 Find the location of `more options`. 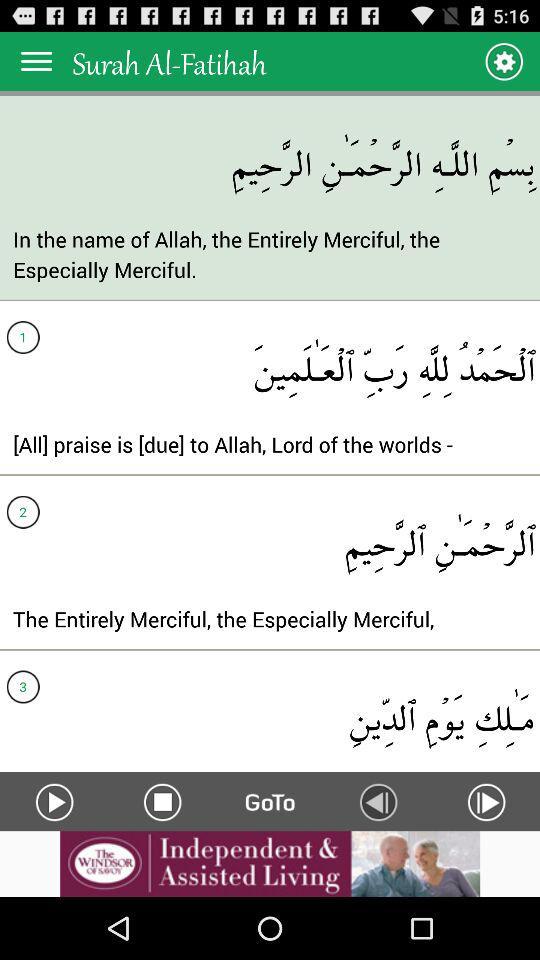

more options is located at coordinates (36, 61).